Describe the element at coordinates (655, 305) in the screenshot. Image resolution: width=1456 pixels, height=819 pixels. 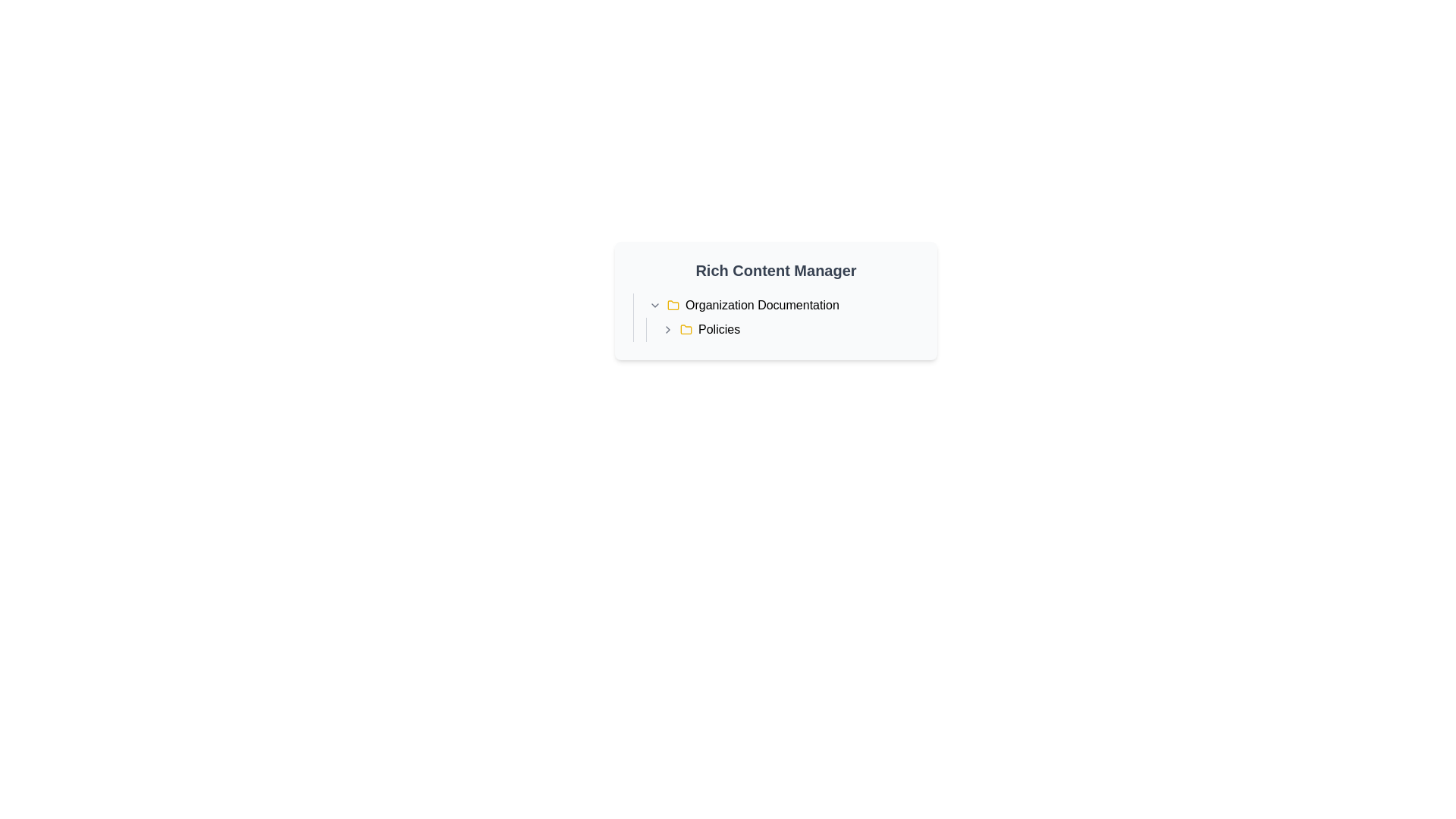
I see `the downward-facing chevron icon located at the end of the 'Organization Documentation' text section by moving the cursor to its center` at that location.